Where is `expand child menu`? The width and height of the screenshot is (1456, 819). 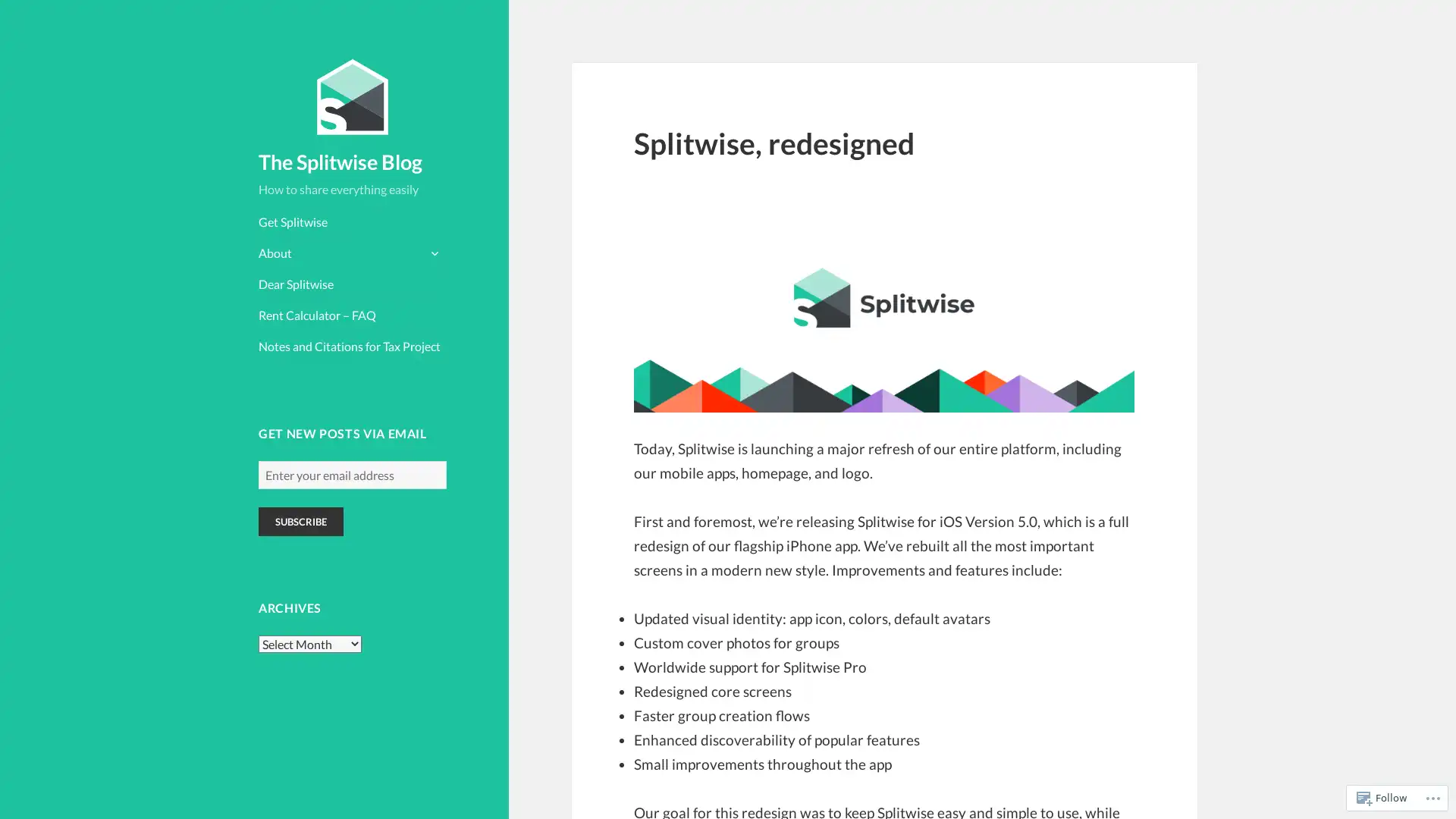
expand child menu is located at coordinates (432, 251).